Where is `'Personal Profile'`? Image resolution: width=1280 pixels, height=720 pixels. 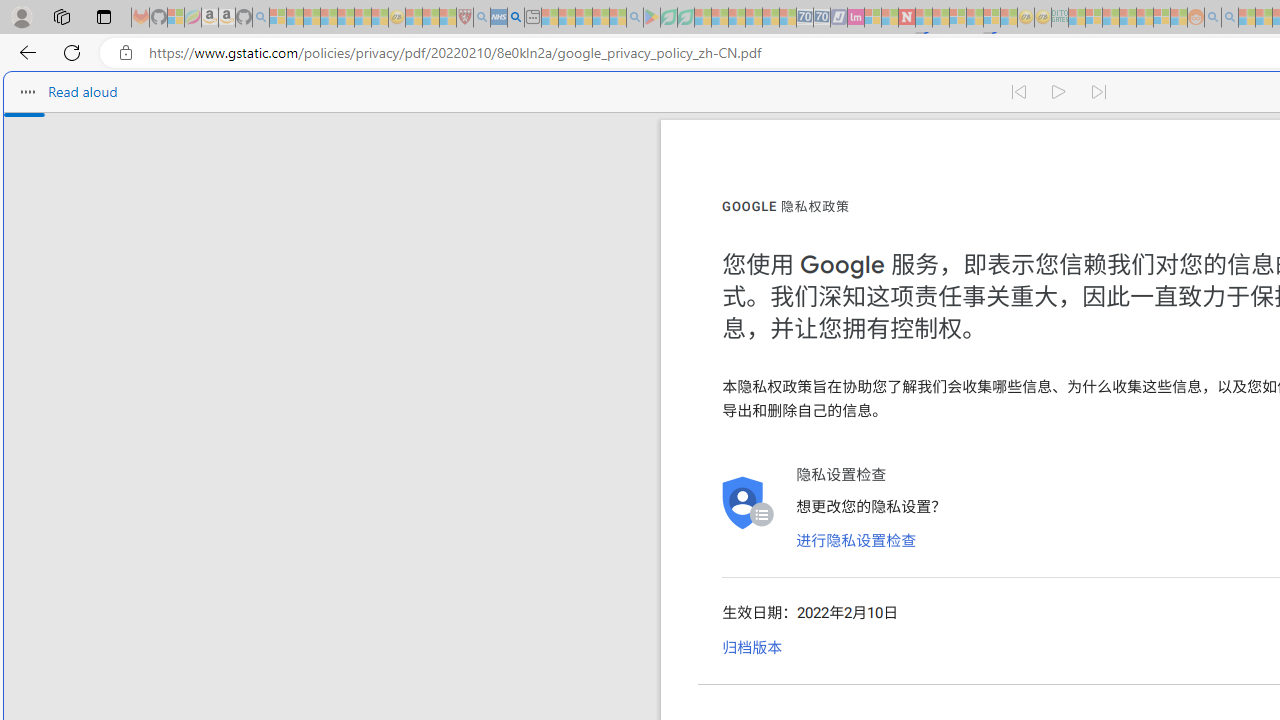 'Personal Profile' is located at coordinates (21, 16).